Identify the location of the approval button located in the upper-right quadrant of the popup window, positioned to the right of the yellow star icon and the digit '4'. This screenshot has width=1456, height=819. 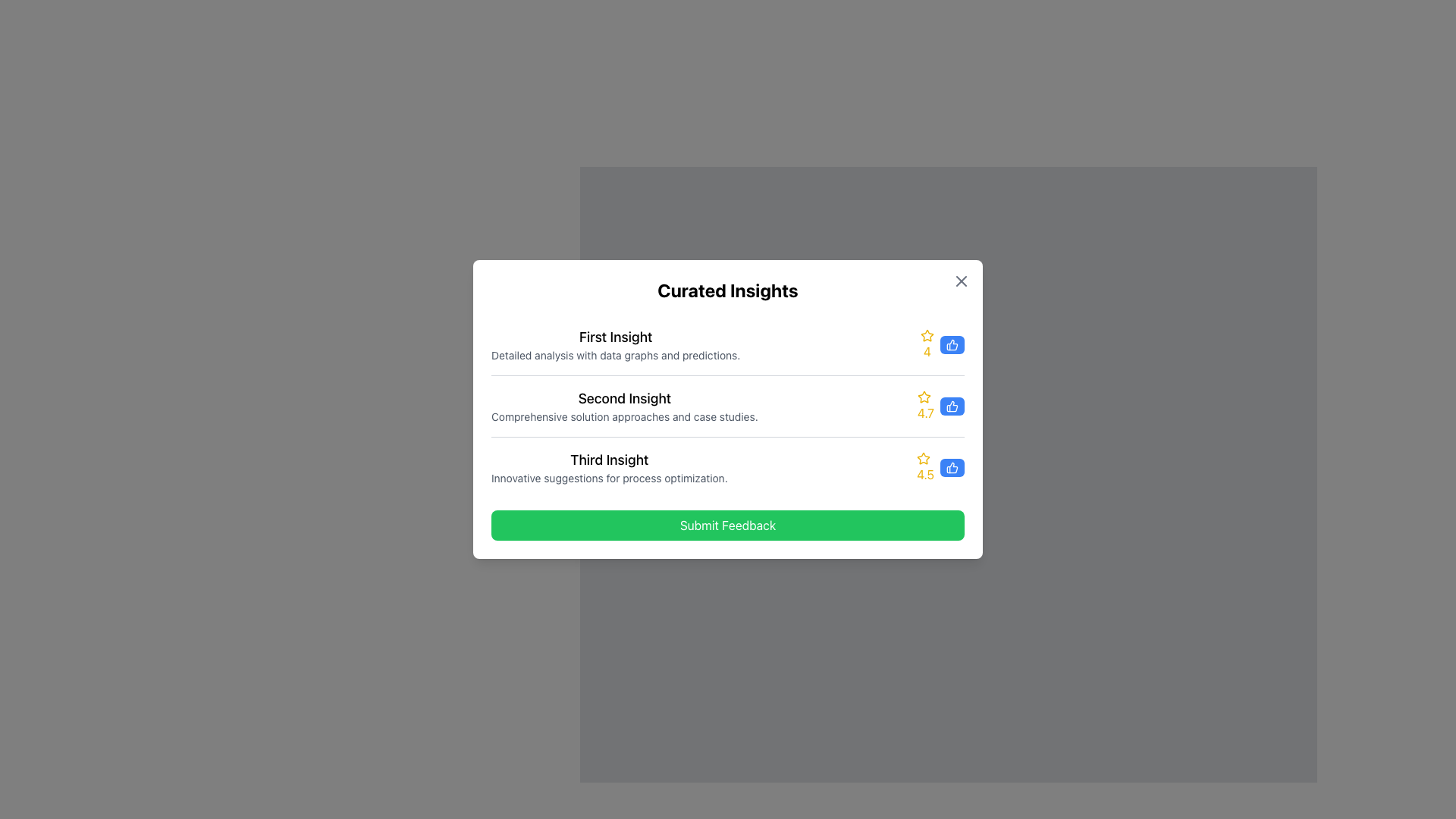
(952, 345).